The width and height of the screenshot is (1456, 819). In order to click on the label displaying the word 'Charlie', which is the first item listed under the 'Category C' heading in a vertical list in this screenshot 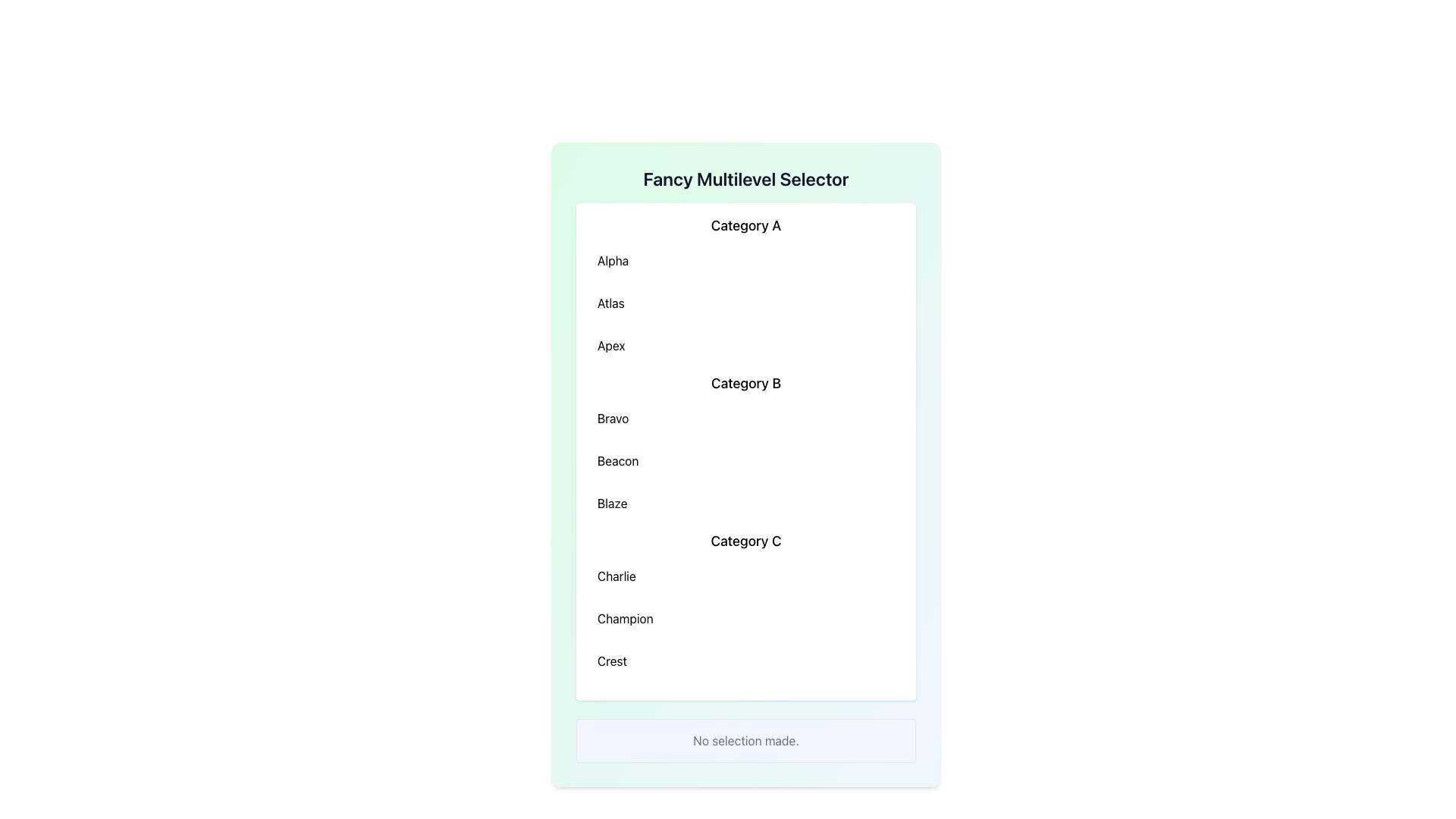, I will do `click(617, 576)`.